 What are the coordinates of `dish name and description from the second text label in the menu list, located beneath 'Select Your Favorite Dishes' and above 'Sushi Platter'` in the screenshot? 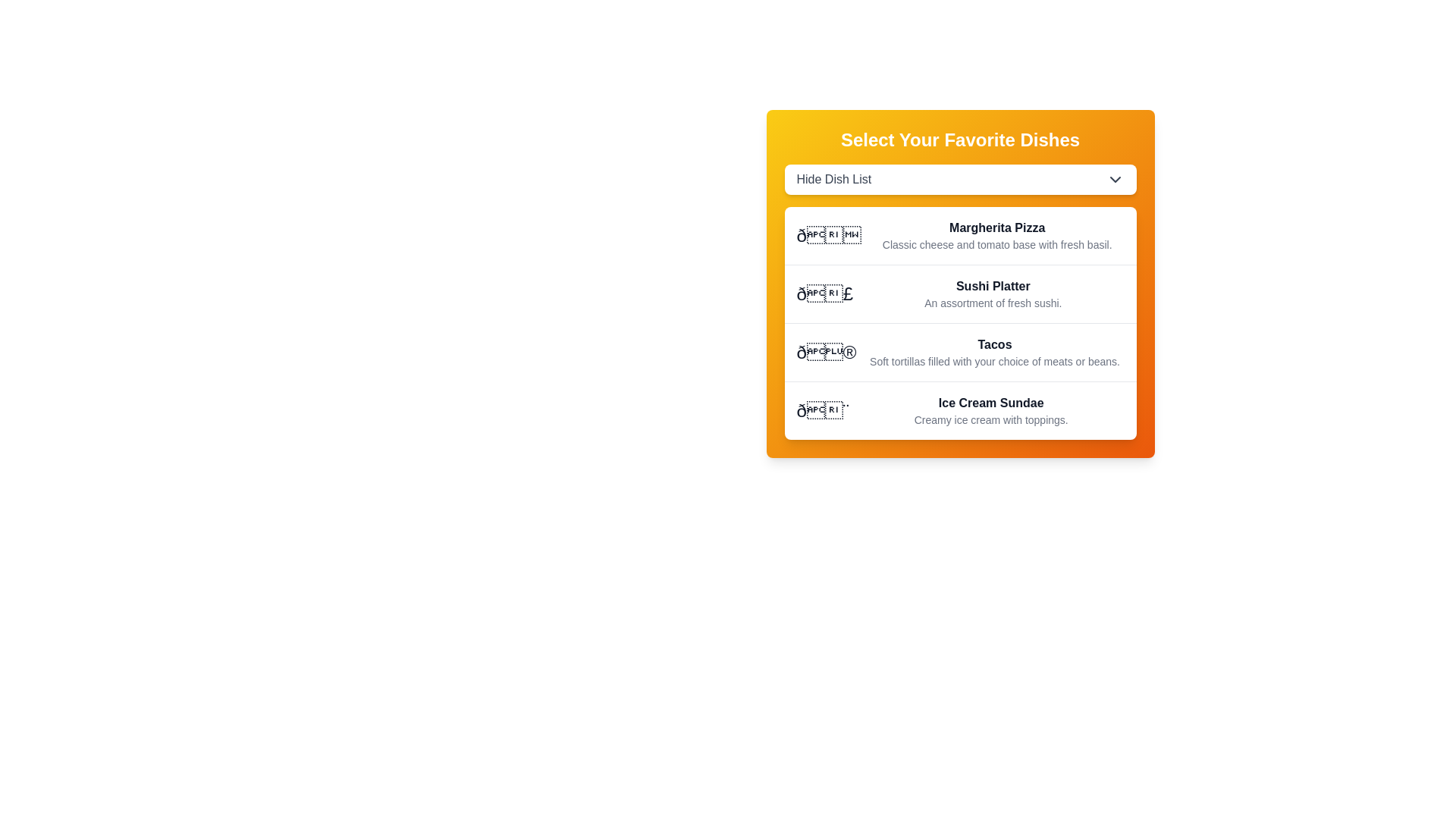 It's located at (997, 236).